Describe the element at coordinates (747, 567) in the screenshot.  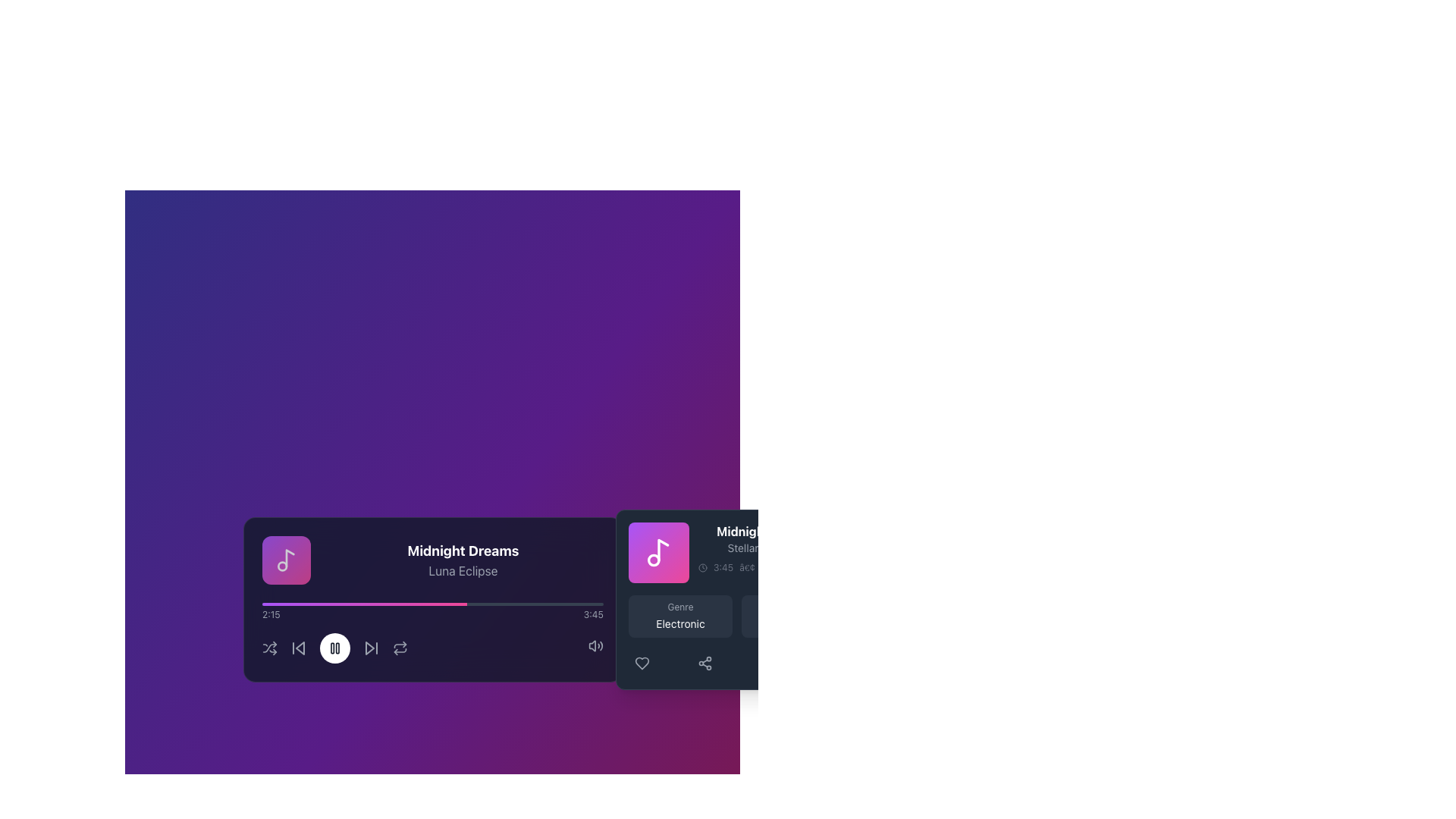
I see `the Textual separator (Typographic bullet) that visually separates information in the text, located after '3:45'` at that location.